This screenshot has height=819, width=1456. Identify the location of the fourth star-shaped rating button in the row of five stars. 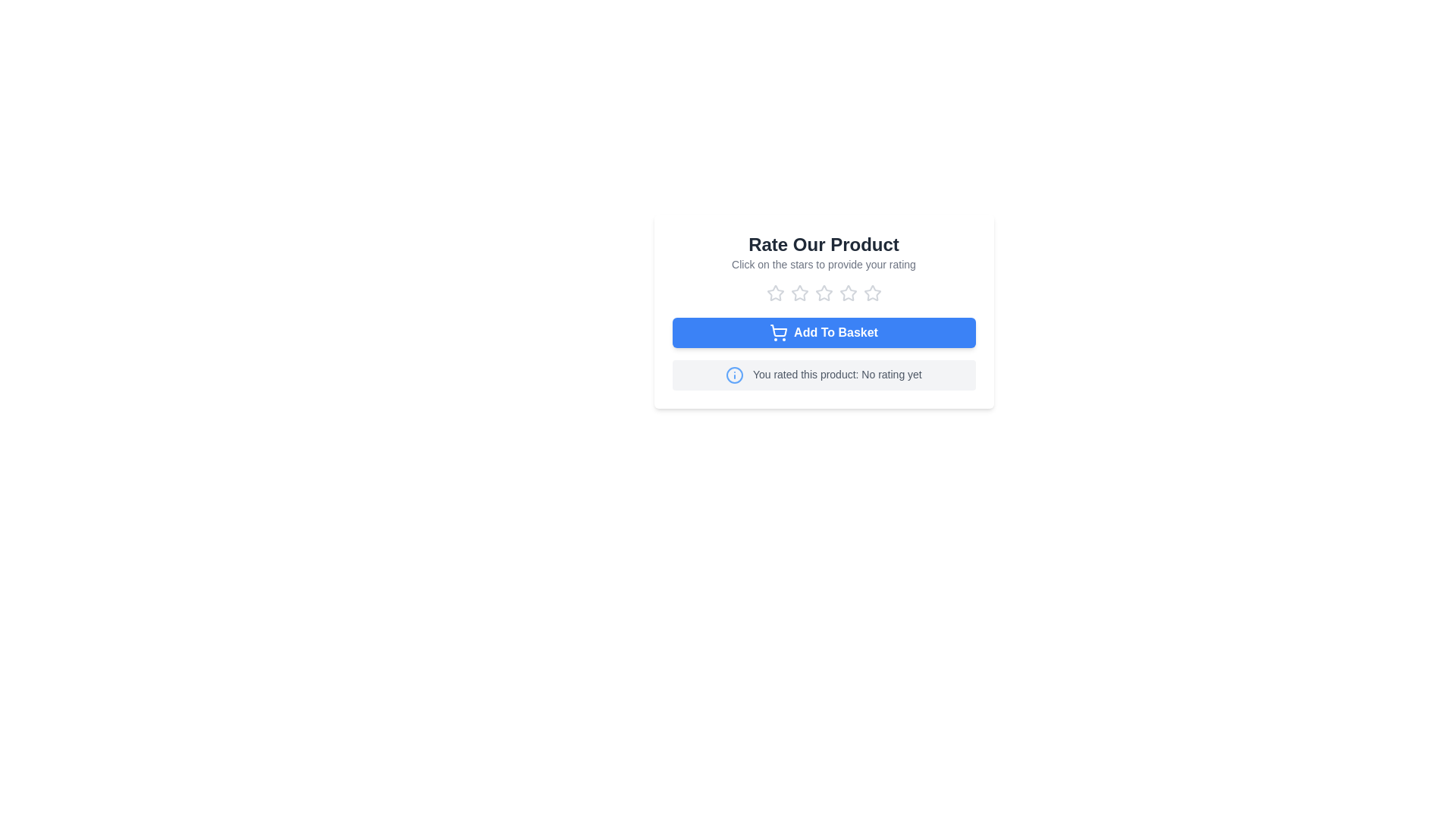
(847, 293).